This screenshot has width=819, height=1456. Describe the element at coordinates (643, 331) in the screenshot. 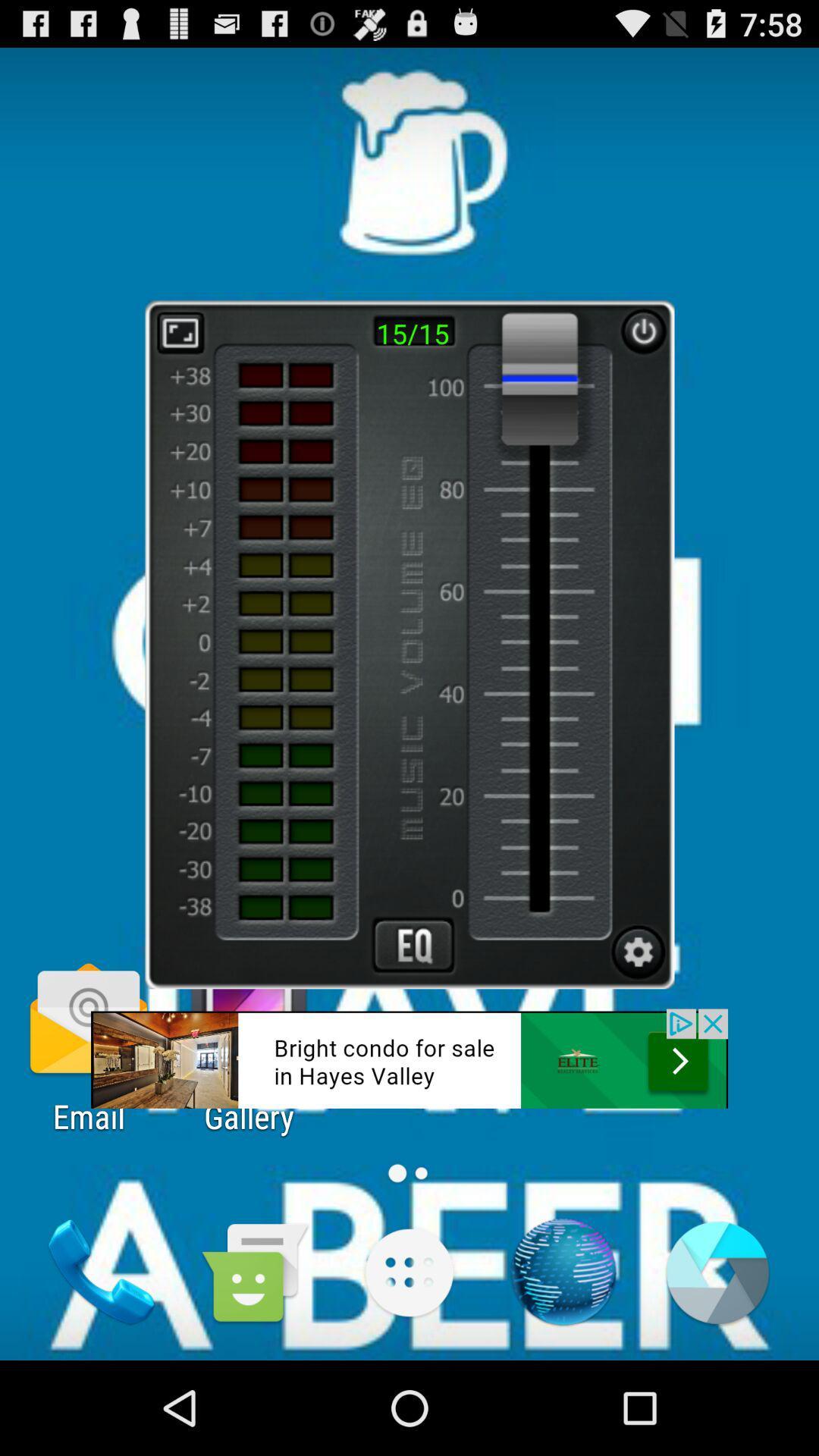

I see `pause button` at that location.